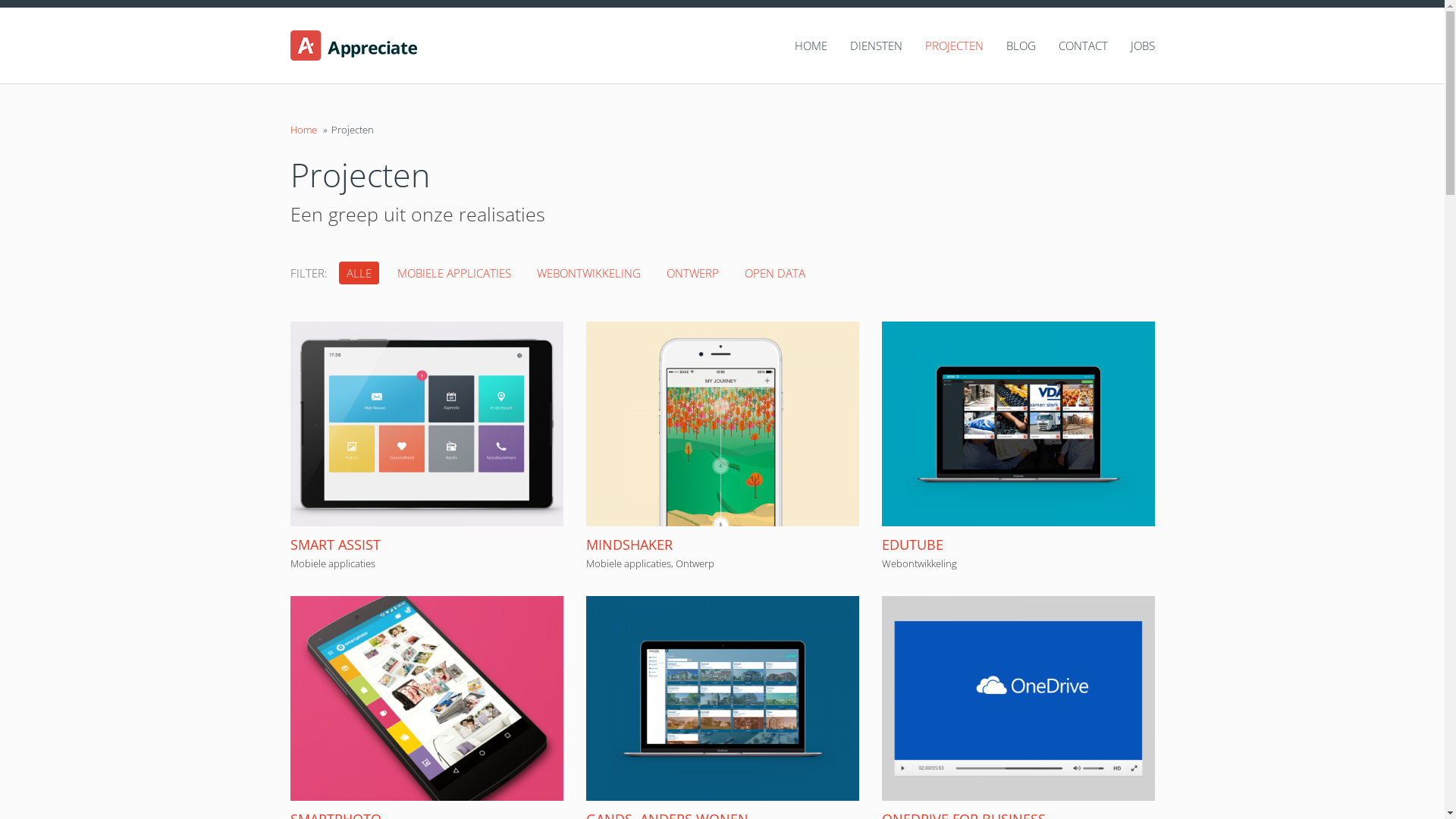  I want to click on 'BLOG', so click(983, 45).